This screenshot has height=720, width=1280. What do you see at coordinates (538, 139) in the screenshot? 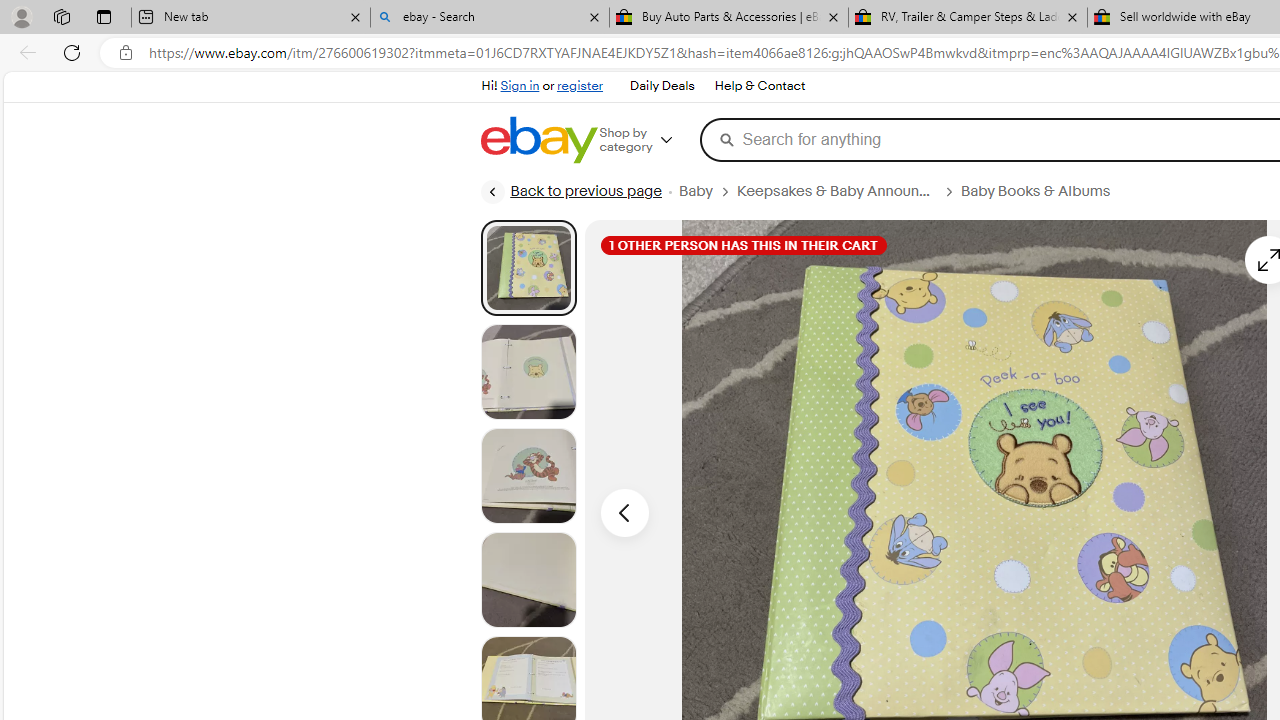
I see `'eBay Home'` at bounding box center [538, 139].